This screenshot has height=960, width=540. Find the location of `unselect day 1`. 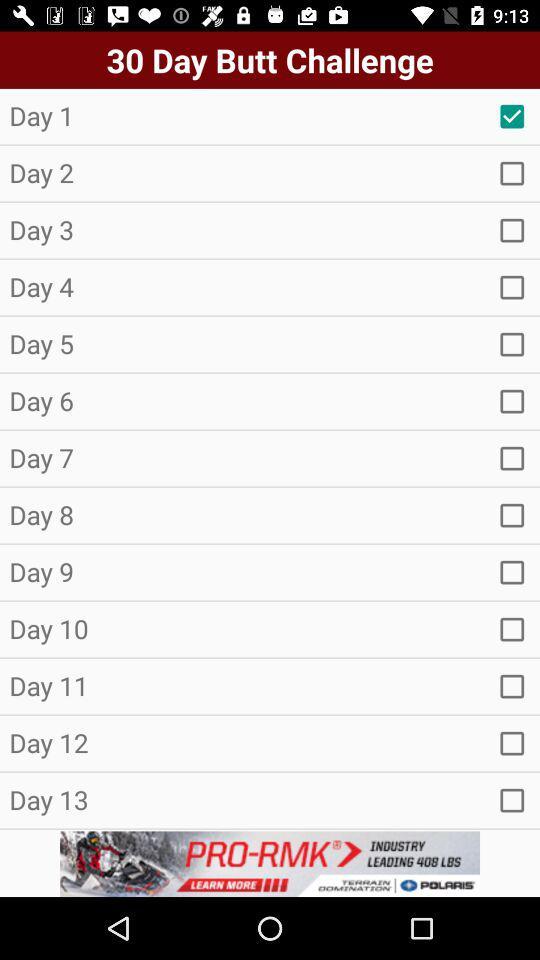

unselect day 1 is located at coordinates (512, 116).